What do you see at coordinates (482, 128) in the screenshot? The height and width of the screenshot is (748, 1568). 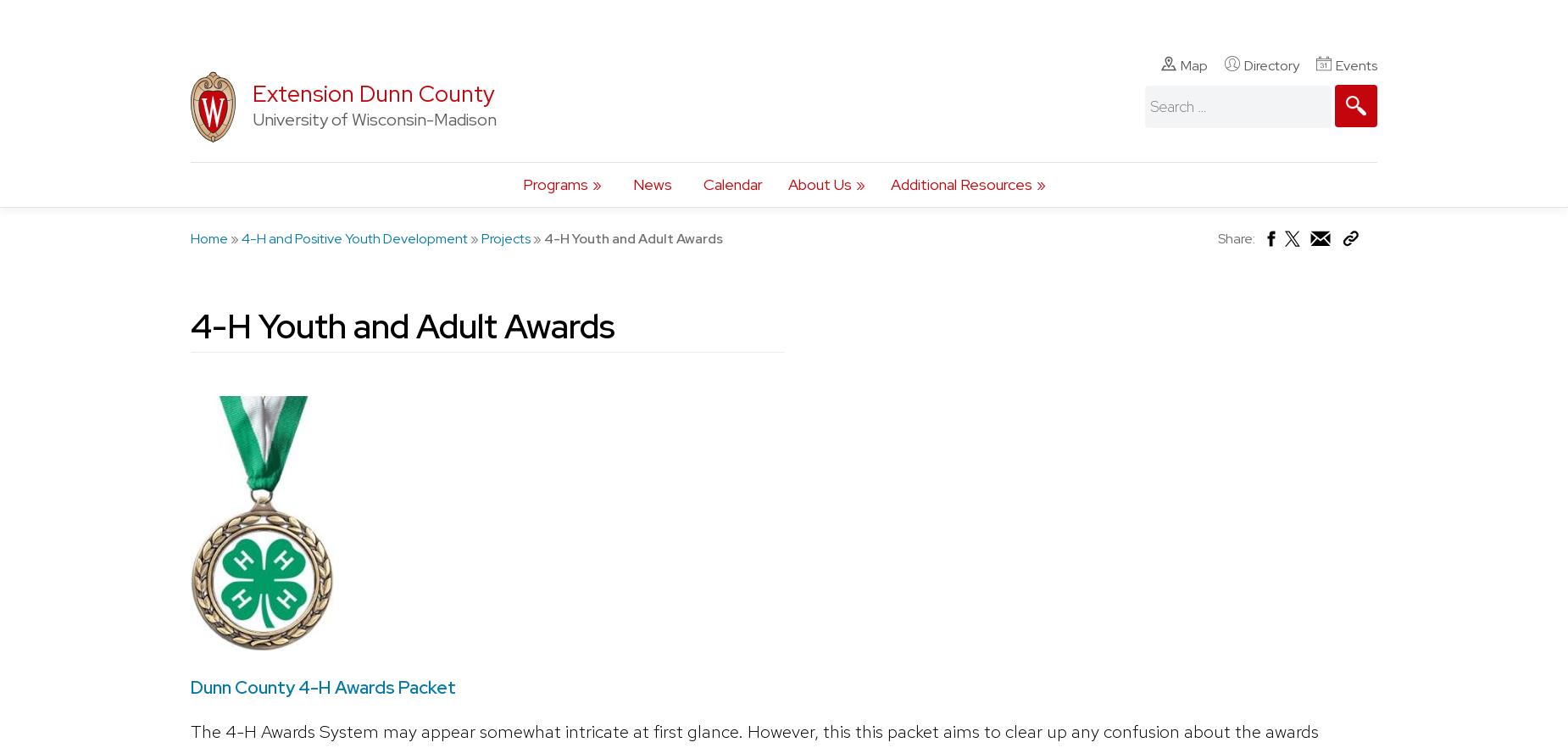 I see `'All Adult Leaders Awards are due by May 31st!'` at bounding box center [482, 128].